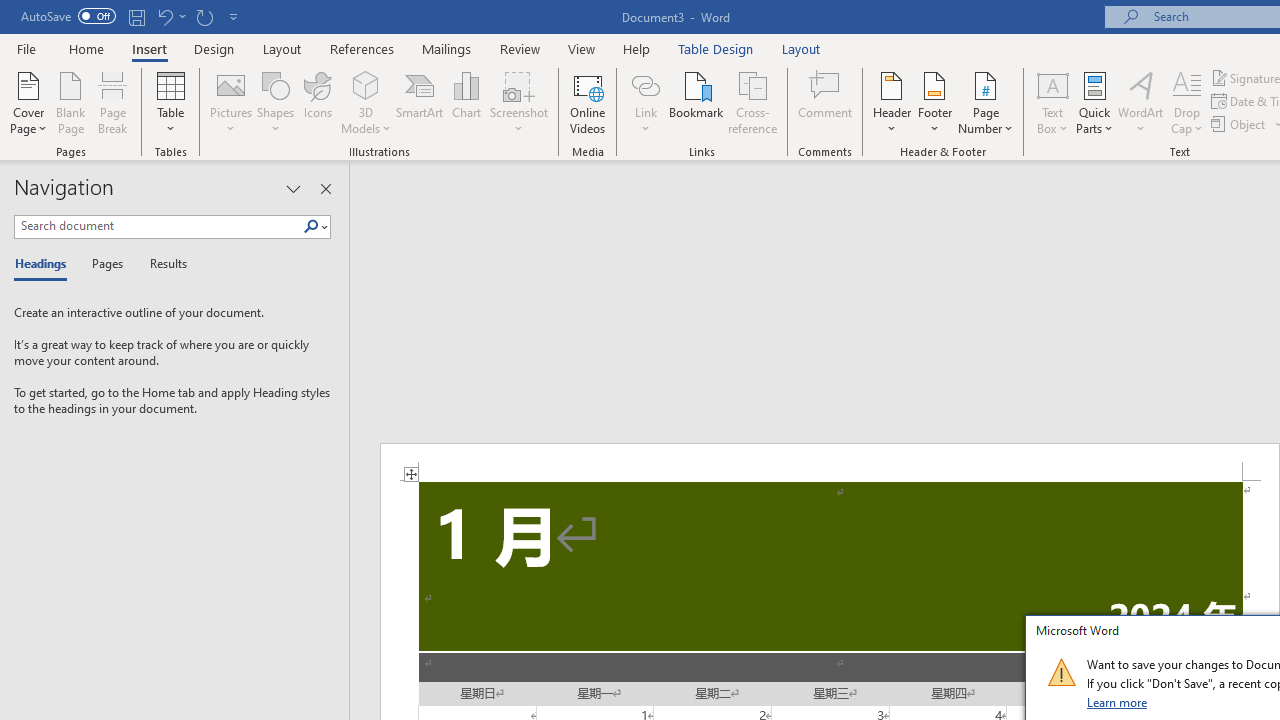 This screenshot has height=720, width=1280. Describe the element at coordinates (520, 48) in the screenshot. I see `'Review'` at that location.